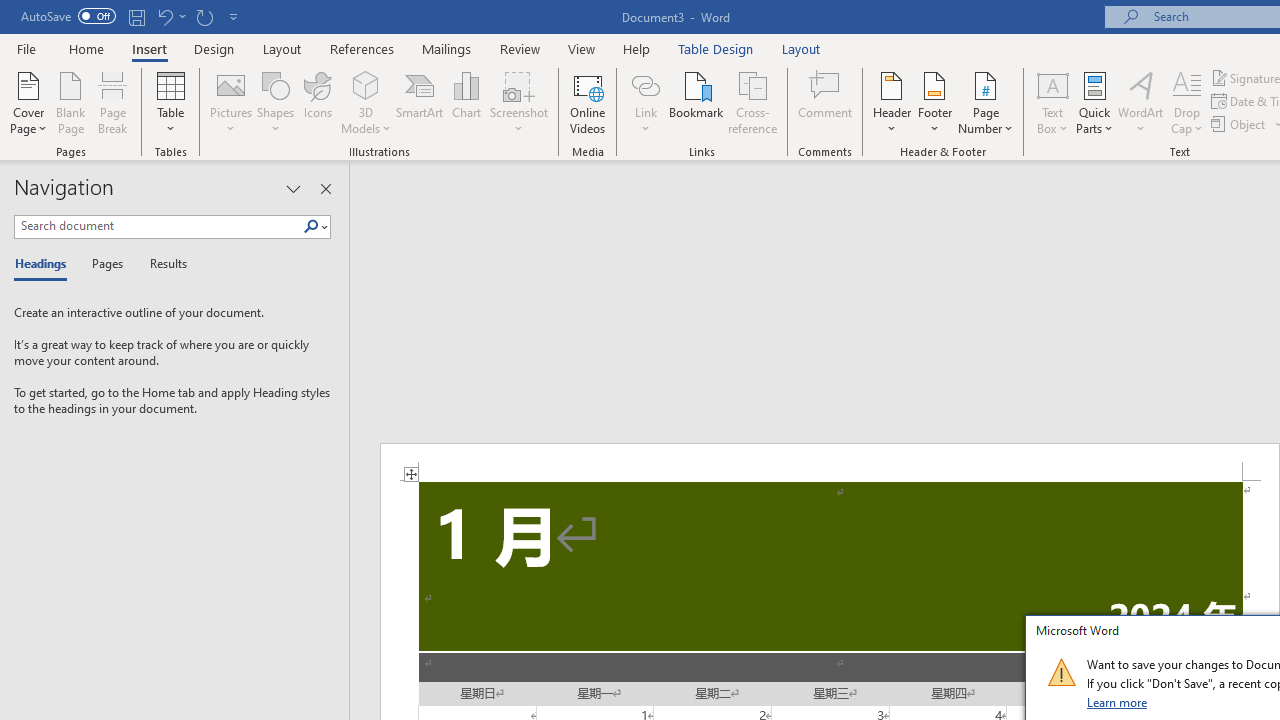 This screenshot has height=720, width=1280. Describe the element at coordinates (520, 48) in the screenshot. I see `'Review'` at that location.